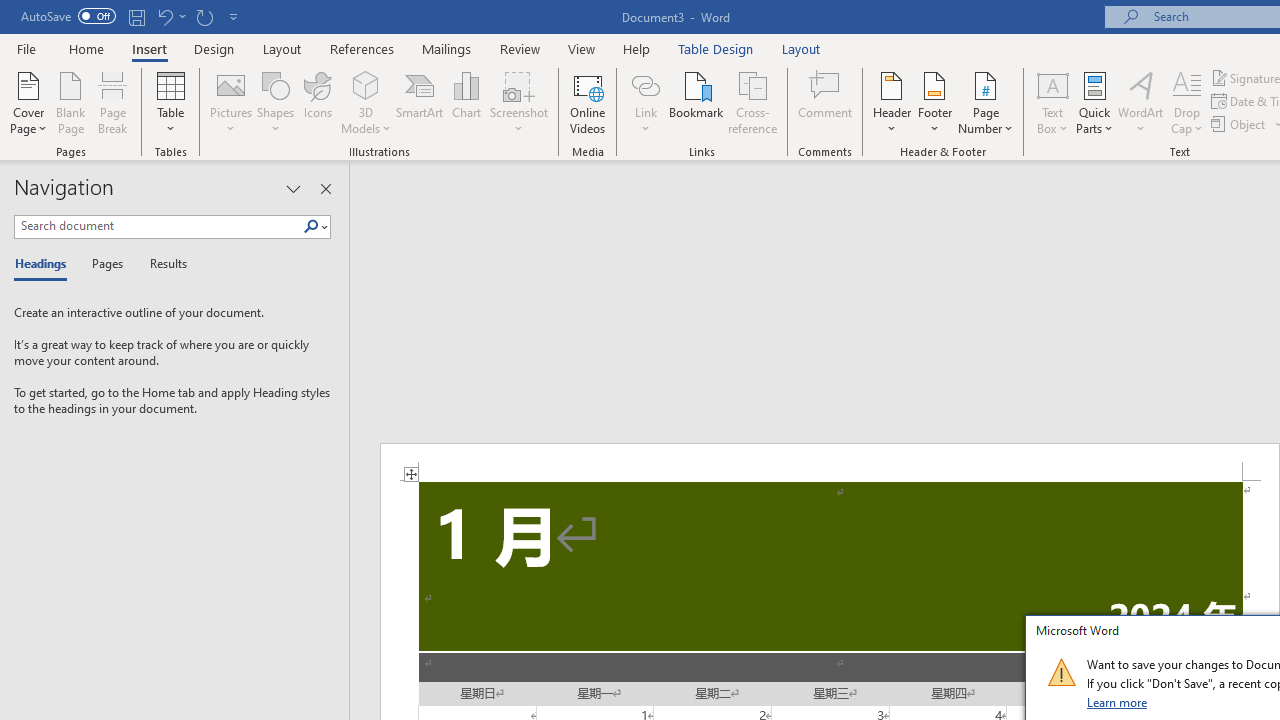 This screenshot has height=720, width=1280. Describe the element at coordinates (520, 48) in the screenshot. I see `'Review'` at that location.